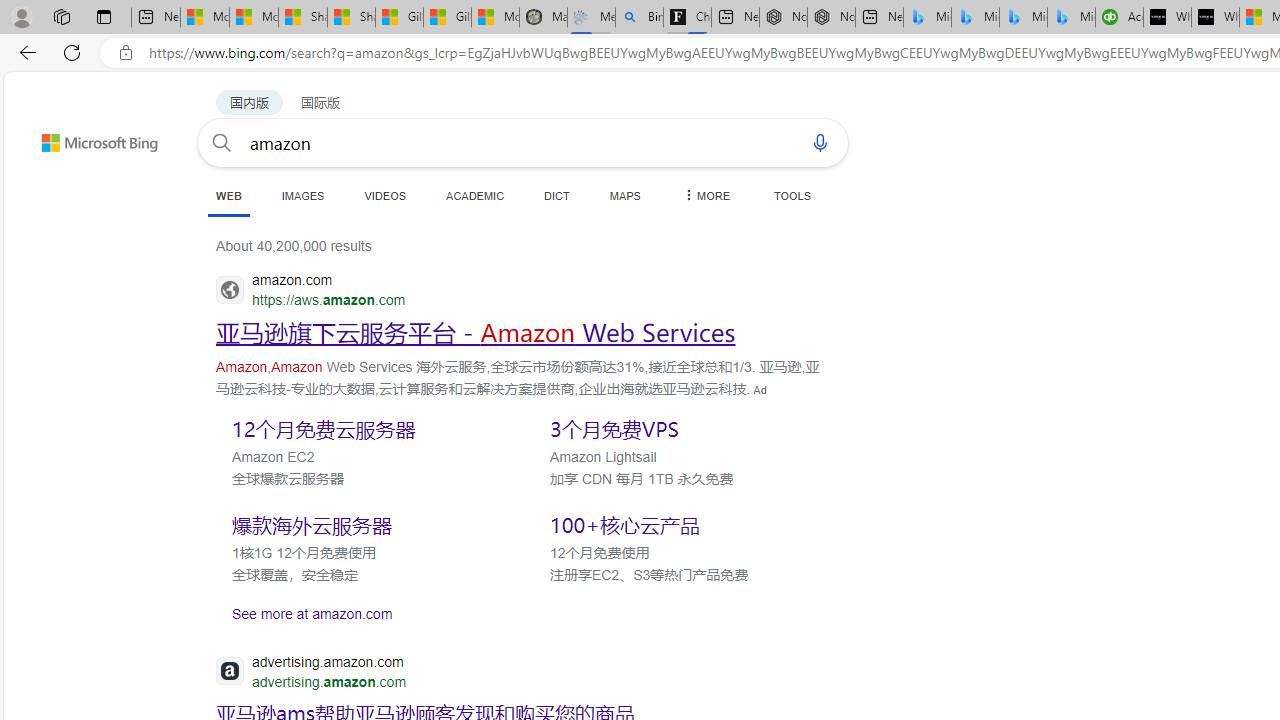 This screenshot has width=1280, height=720. Describe the element at coordinates (820, 141) in the screenshot. I see `'Search using voice'` at that location.